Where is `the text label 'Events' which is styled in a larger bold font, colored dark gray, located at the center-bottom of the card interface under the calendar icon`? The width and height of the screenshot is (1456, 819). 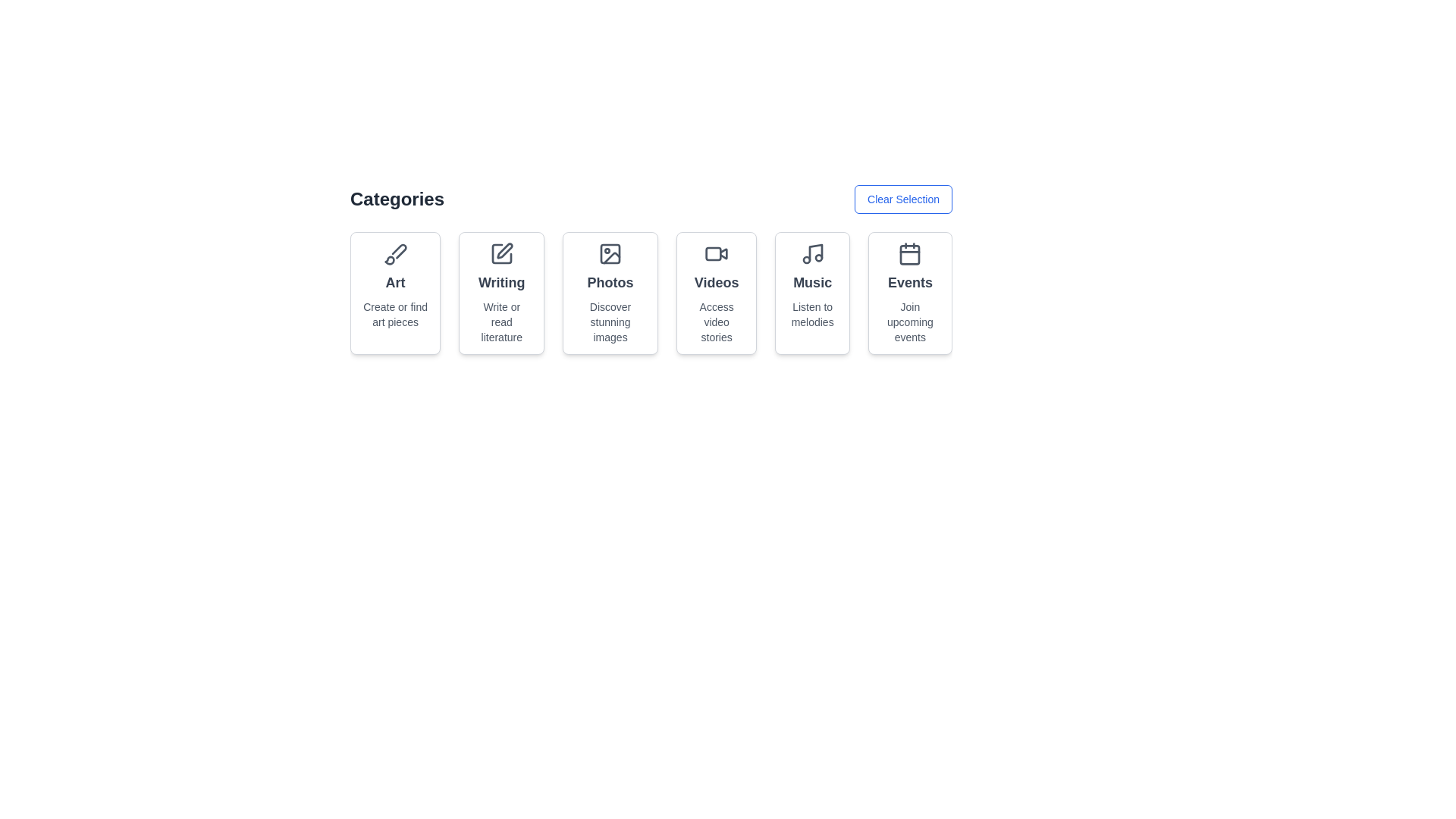 the text label 'Events' which is styled in a larger bold font, colored dark gray, located at the center-bottom of the card interface under the calendar icon is located at coordinates (910, 283).